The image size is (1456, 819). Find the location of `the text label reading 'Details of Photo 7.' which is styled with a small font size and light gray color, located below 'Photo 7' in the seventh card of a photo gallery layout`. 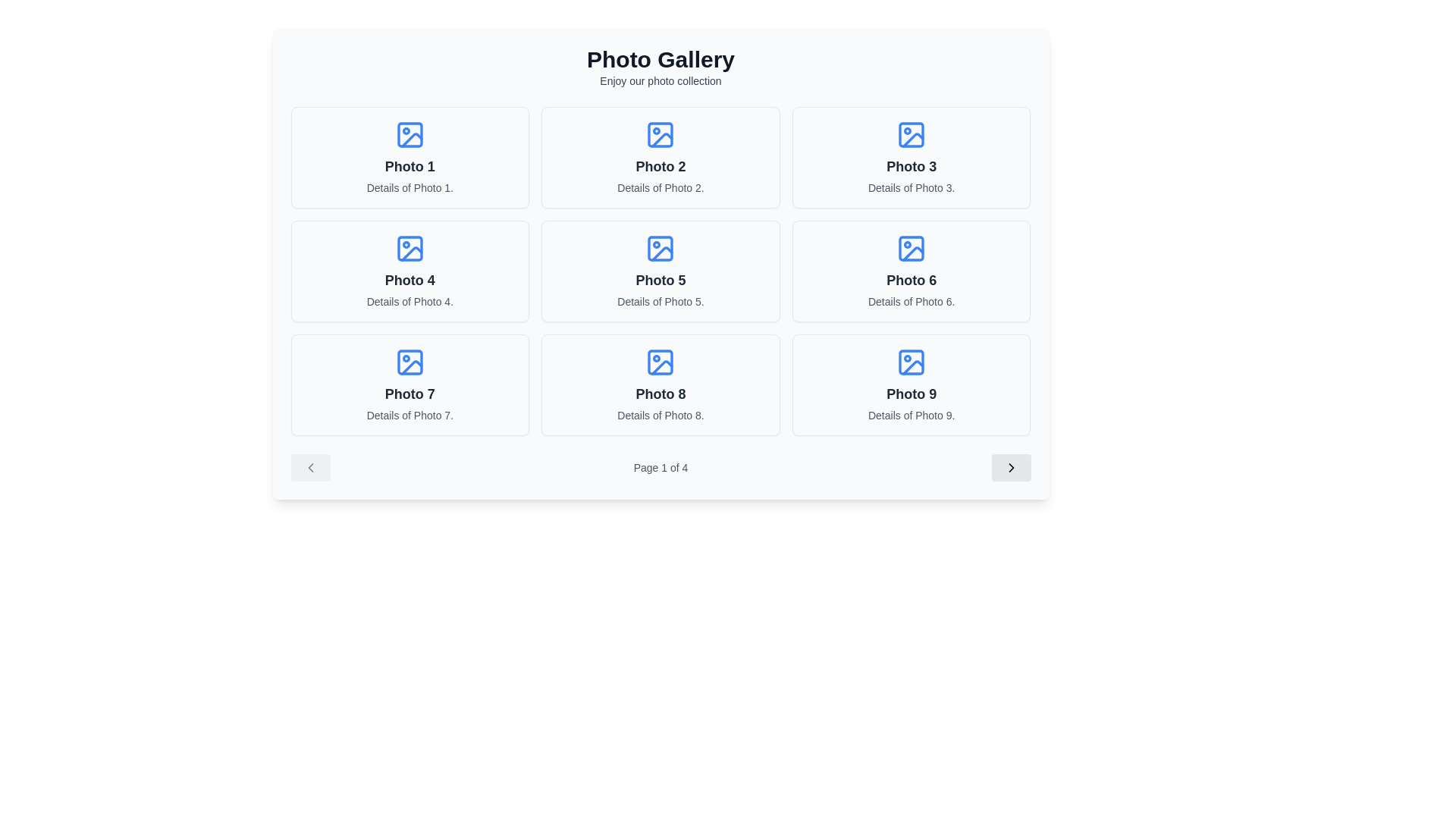

the text label reading 'Details of Photo 7.' which is styled with a small font size and light gray color, located below 'Photo 7' in the seventh card of a photo gallery layout is located at coordinates (409, 415).